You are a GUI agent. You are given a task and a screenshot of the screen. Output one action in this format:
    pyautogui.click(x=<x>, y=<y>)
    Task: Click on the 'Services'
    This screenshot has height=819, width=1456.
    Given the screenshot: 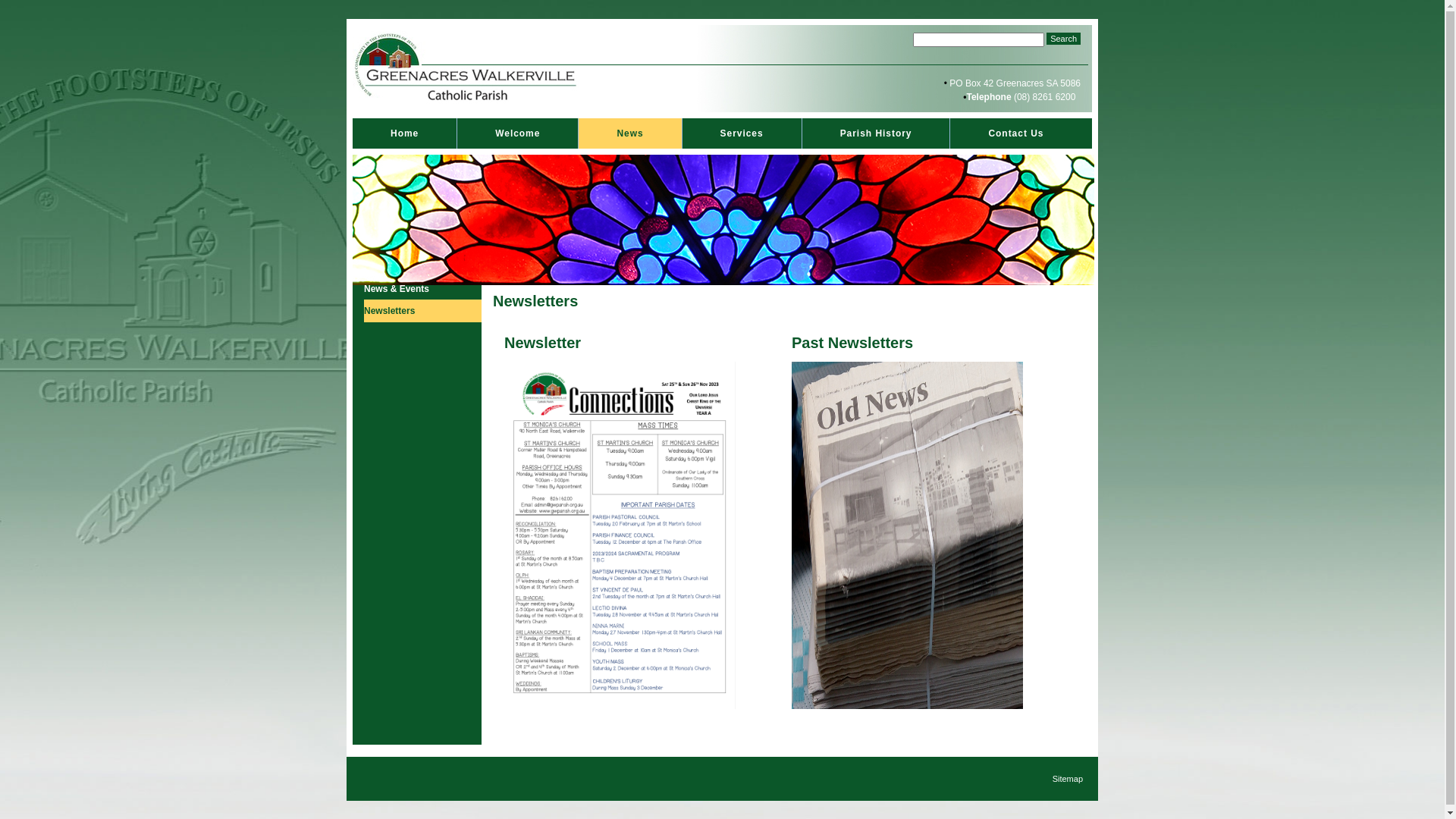 What is the action you would take?
    pyautogui.click(x=742, y=133)
    